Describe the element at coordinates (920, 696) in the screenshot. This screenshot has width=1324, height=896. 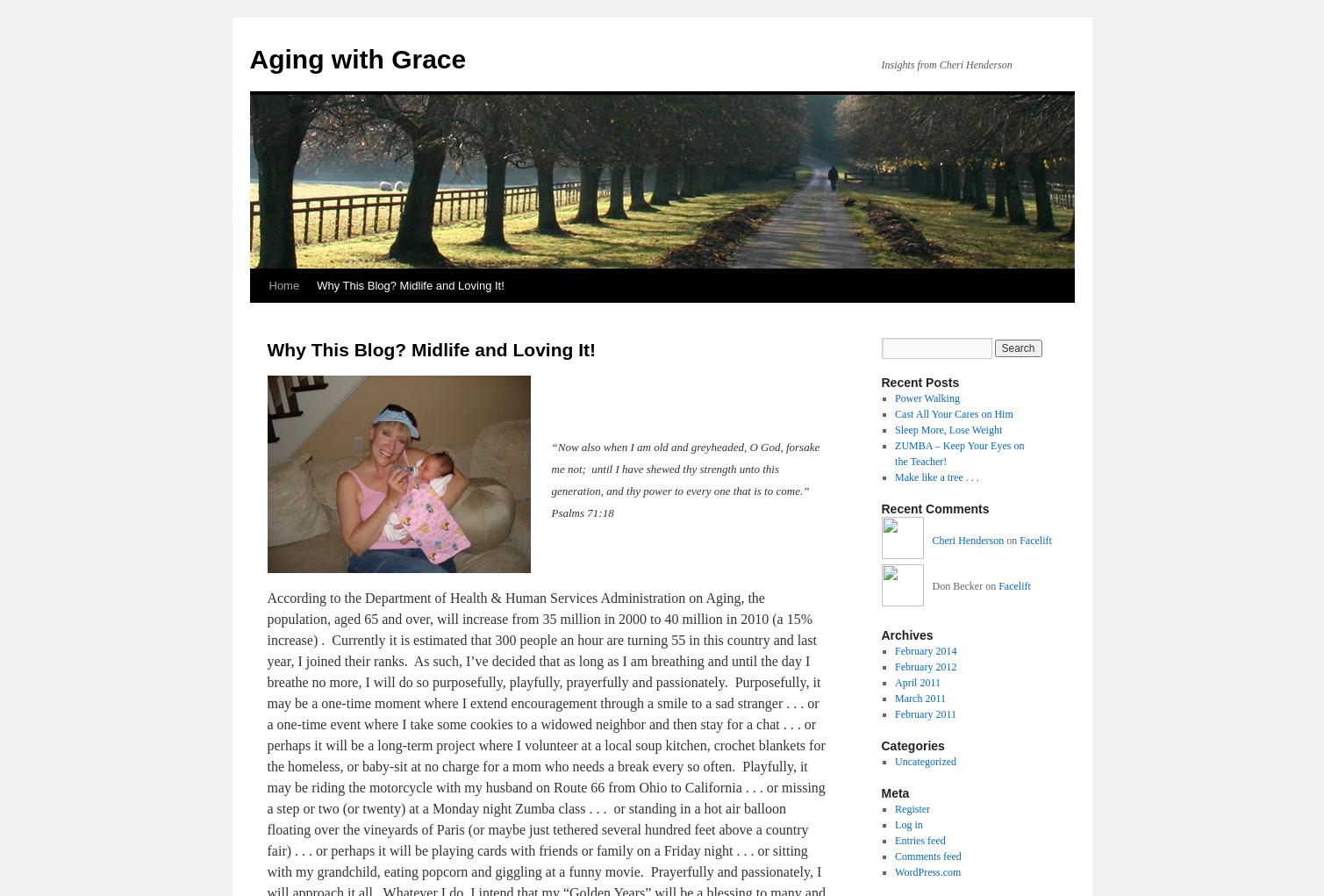
I see `'March 2011'` at that location.